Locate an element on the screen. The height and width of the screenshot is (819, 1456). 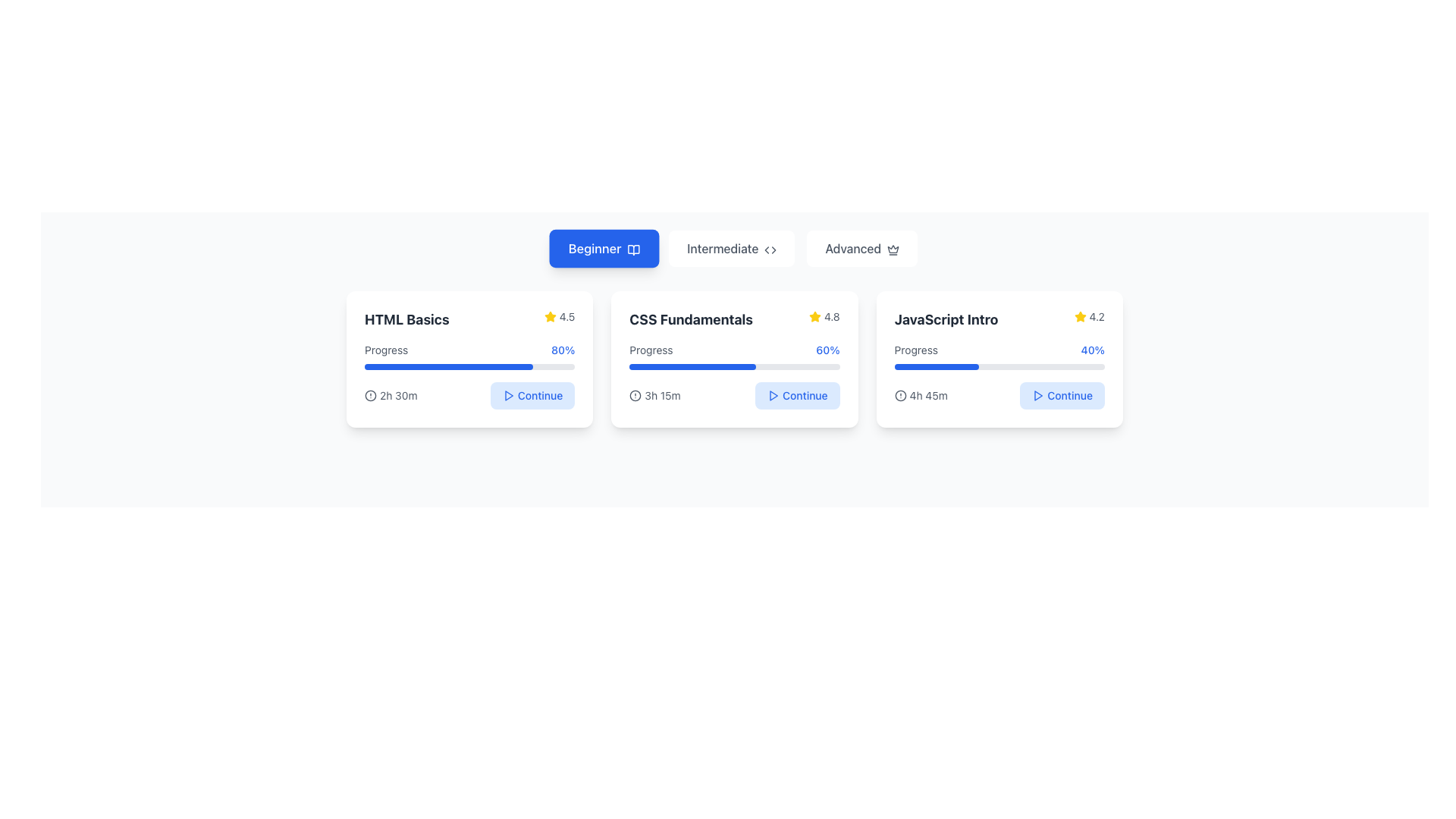
tab navigation is located at coordinates (735, 247).